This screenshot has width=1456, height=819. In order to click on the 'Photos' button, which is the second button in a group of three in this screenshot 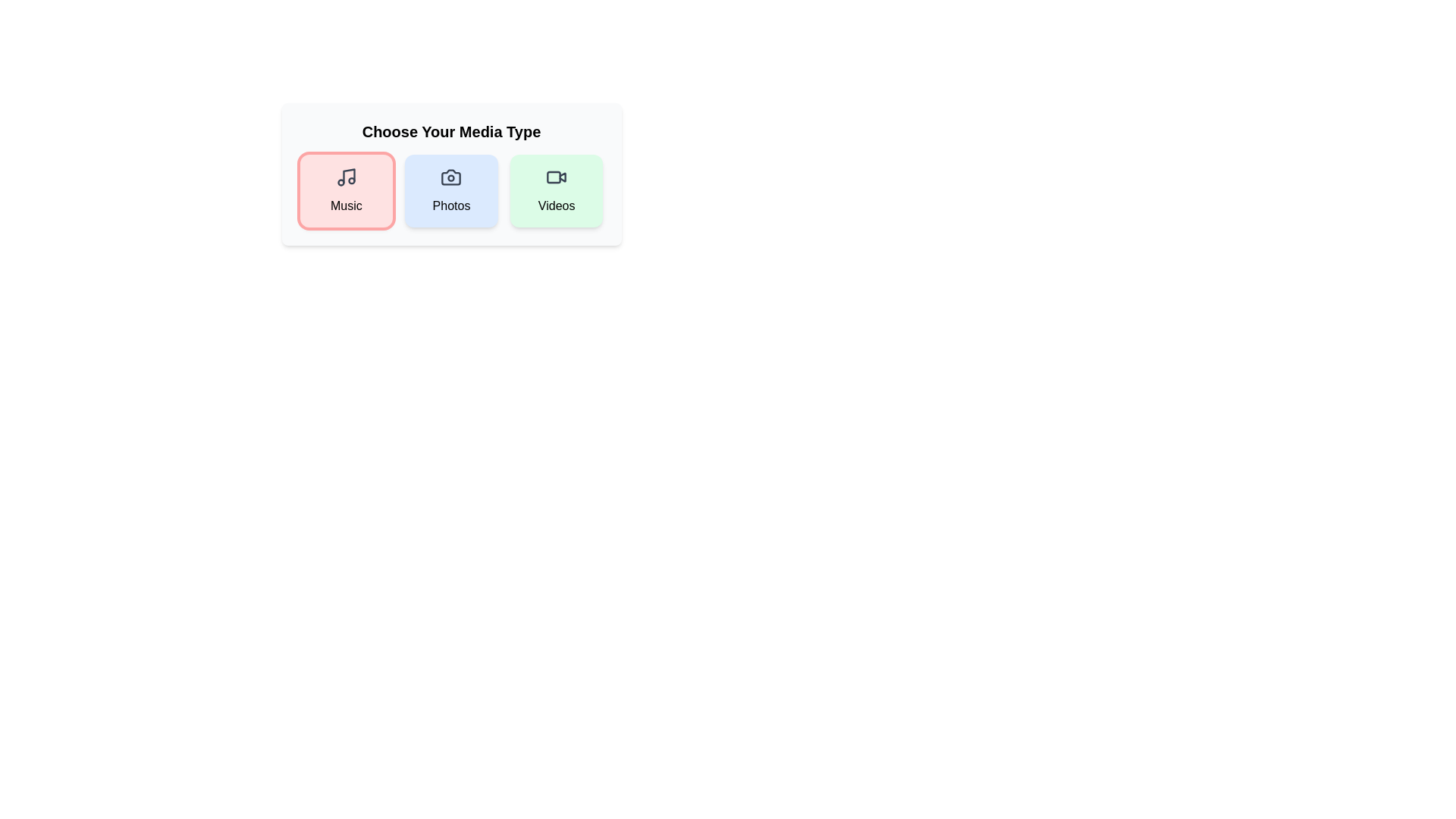, I will do `click(450, 174)`.